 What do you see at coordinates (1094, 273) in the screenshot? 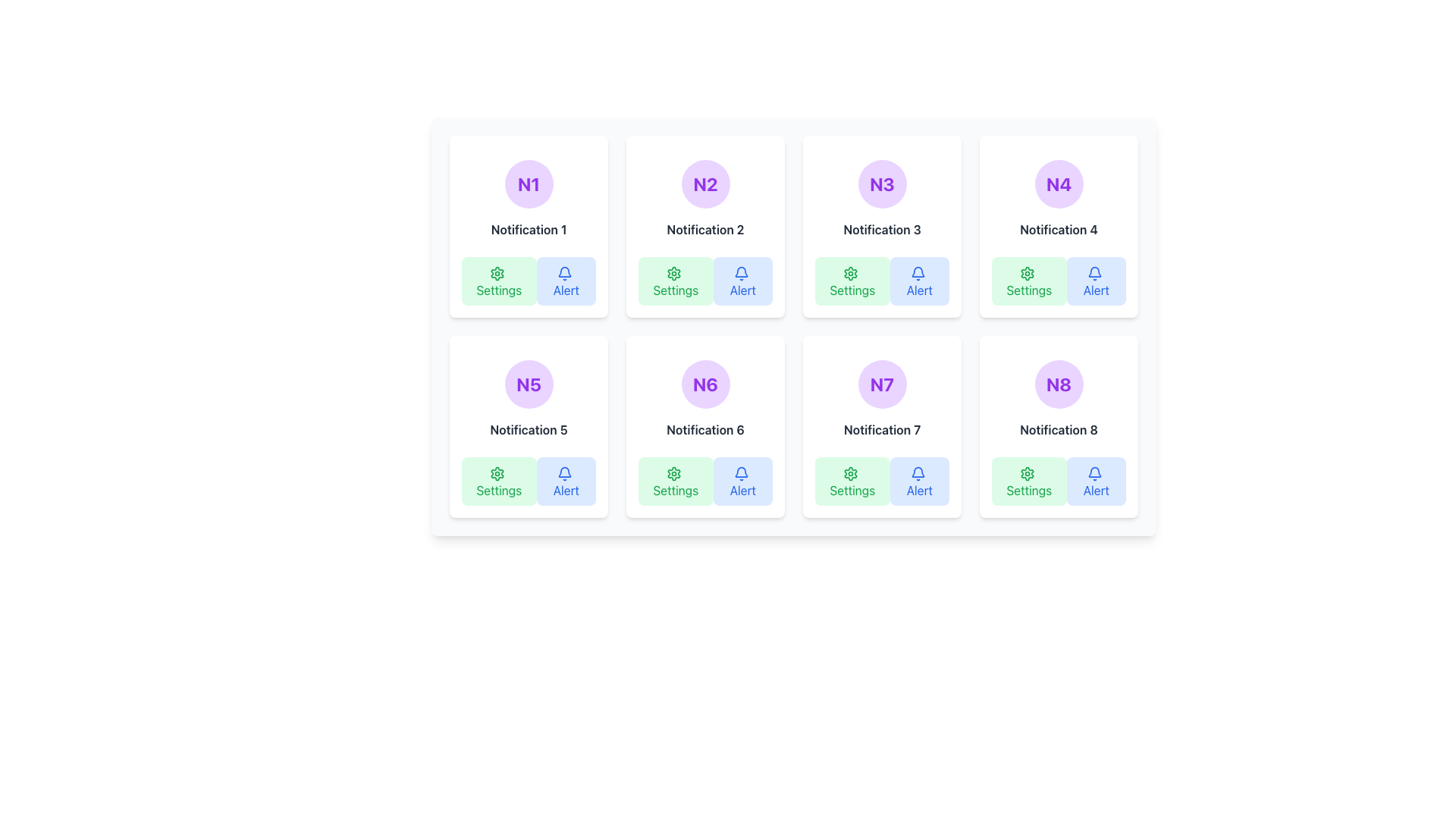
I see `the 'Alert' button that contains the bell-shaped notification icon, which is located in the bottom-right section of the 'Notification 4' card` at bounding box center [1094, 273].